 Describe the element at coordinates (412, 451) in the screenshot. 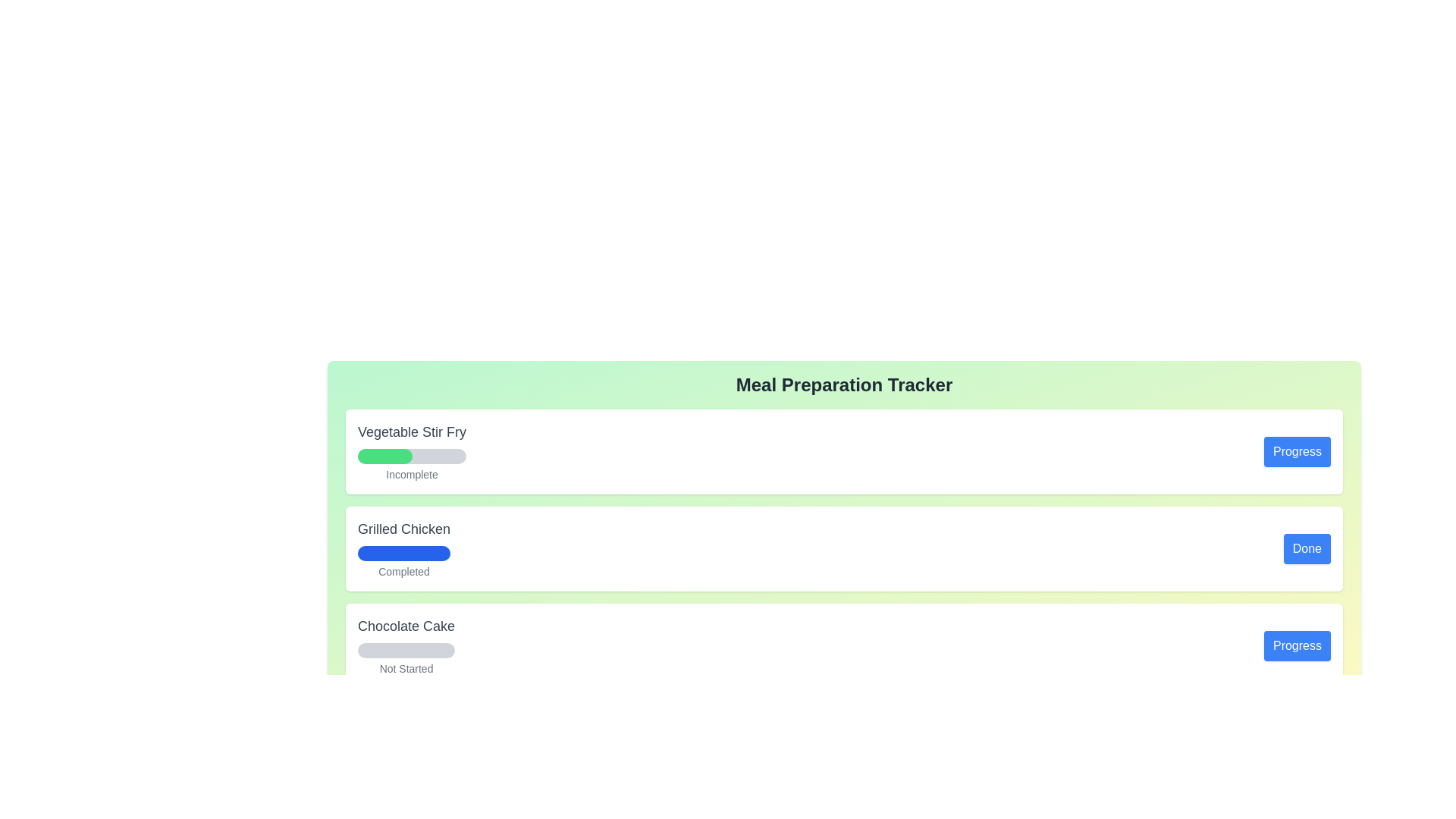

I see `the completion status of the 'Vegetable Stir Fry' task progress display, which shows a progress bar and the status text 'Incomplete'` at that location.